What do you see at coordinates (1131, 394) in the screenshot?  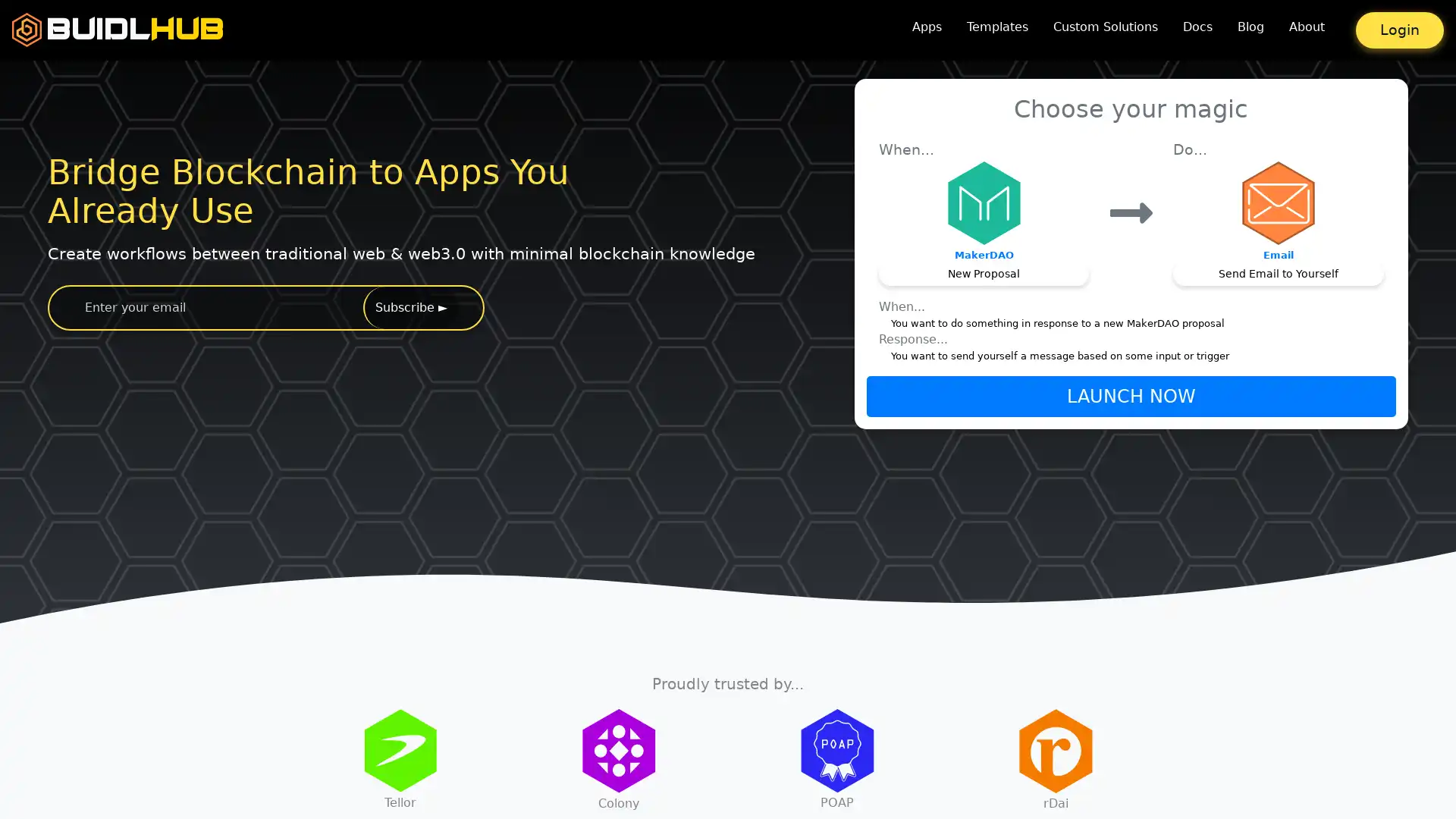 I see `LAUNCH NOW` at bounding box center [1131, 394].